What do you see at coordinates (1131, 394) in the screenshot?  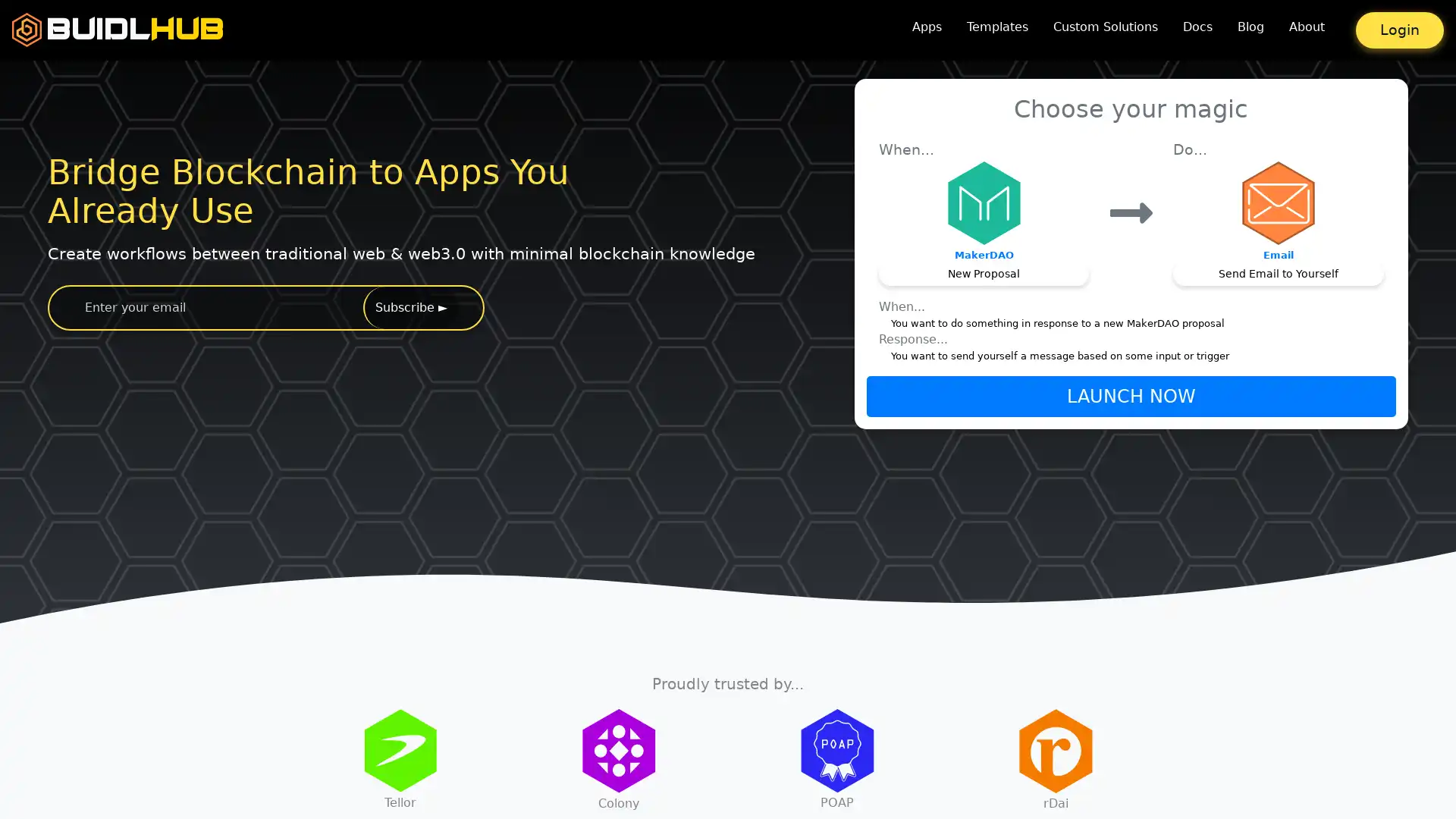 I see `LAUNCH NOW` at bounding box center [1131, 394].